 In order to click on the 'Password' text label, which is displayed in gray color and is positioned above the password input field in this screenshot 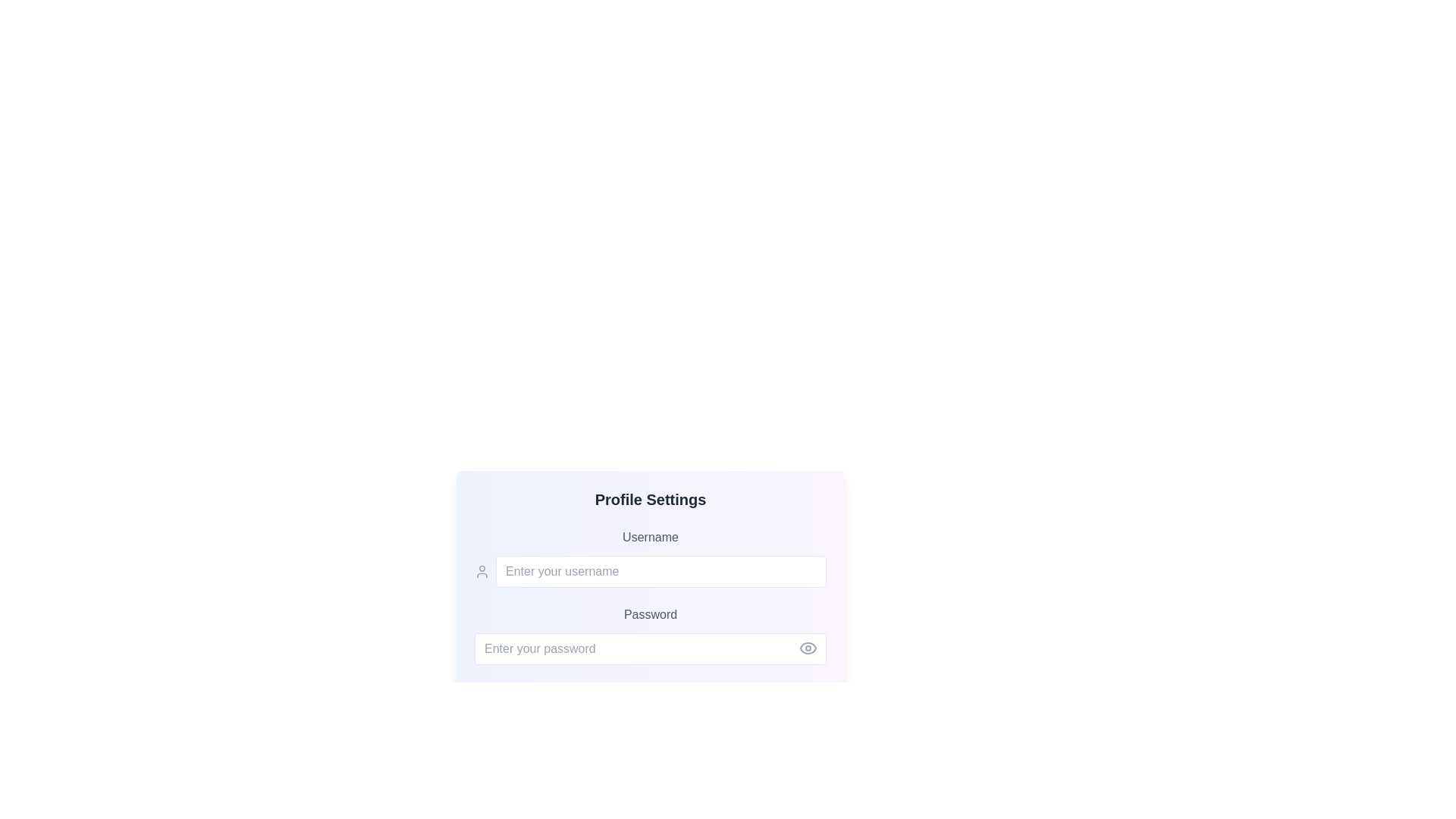, I will do `click(651, 614)`.